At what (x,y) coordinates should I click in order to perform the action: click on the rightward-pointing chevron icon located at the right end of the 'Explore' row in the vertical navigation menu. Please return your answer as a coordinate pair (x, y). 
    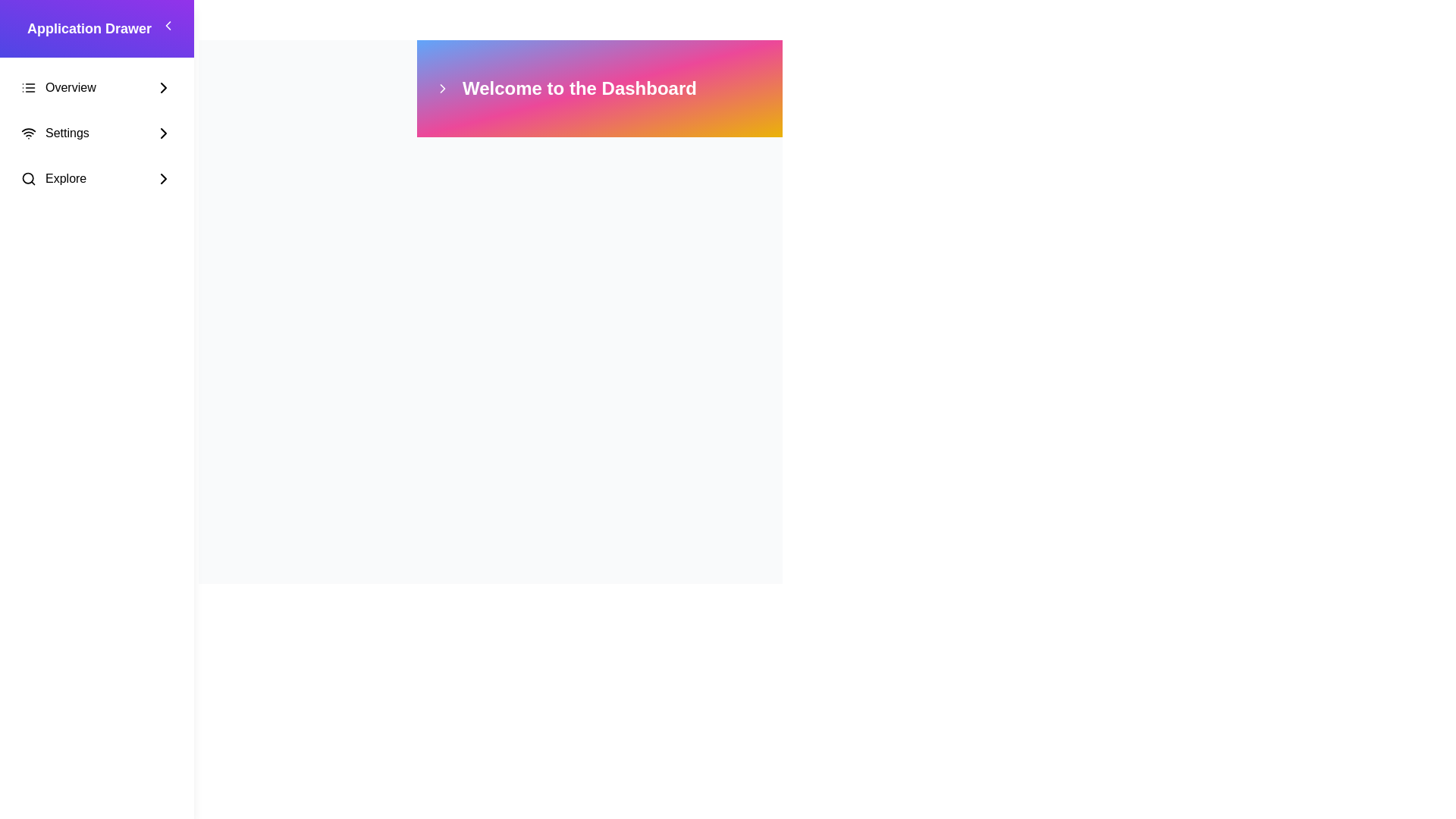
    Looking at the image, I should click on (164, 177).